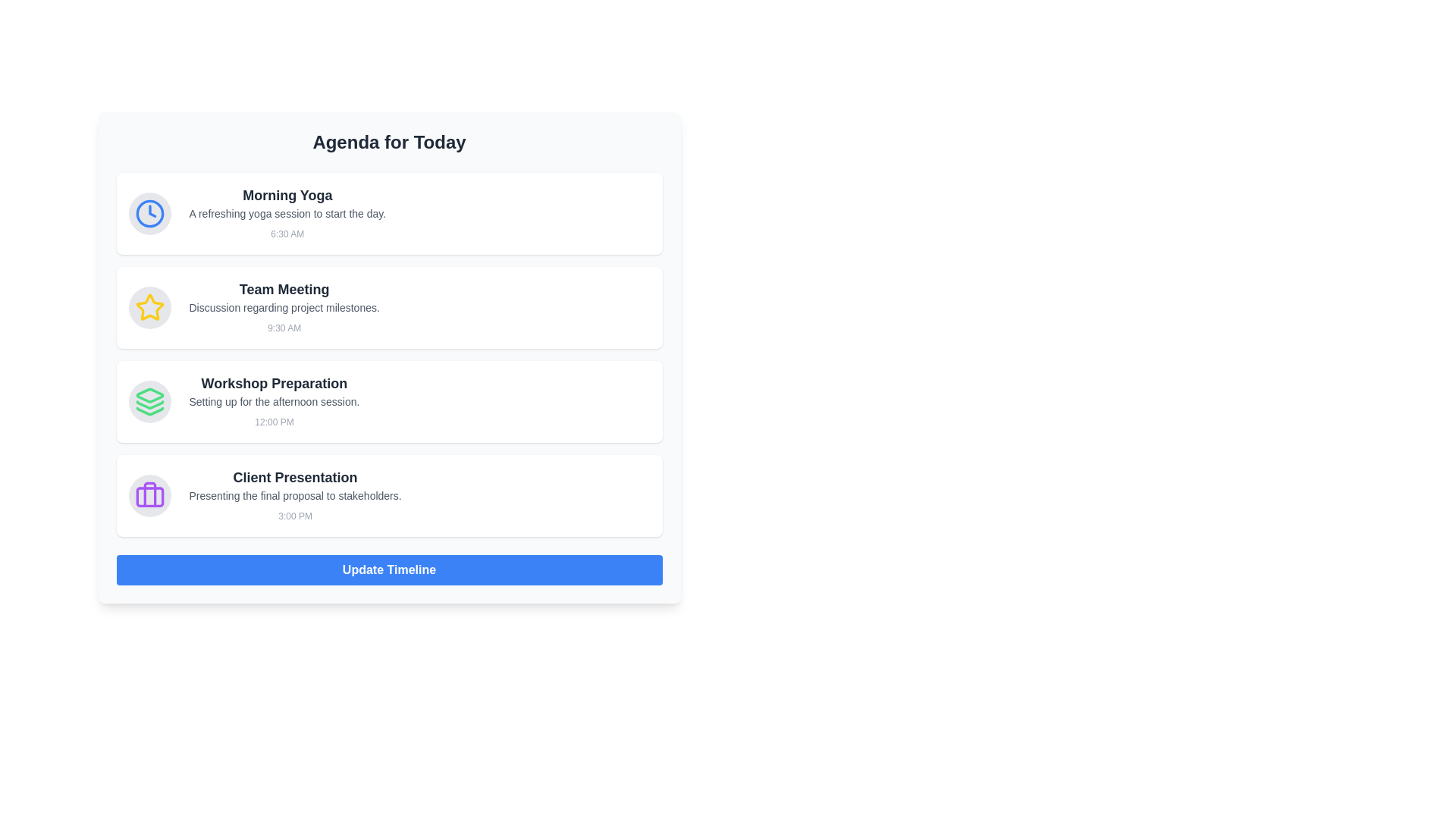 This screenshot has height=819, width=1456. Describe the element at coordinates (284, 307) in the screenshot. I see `the text label that reads 'Discussion regarding project milestones.' which is located under the title 'Team Meeting' in the vertical agenda list` at that location.